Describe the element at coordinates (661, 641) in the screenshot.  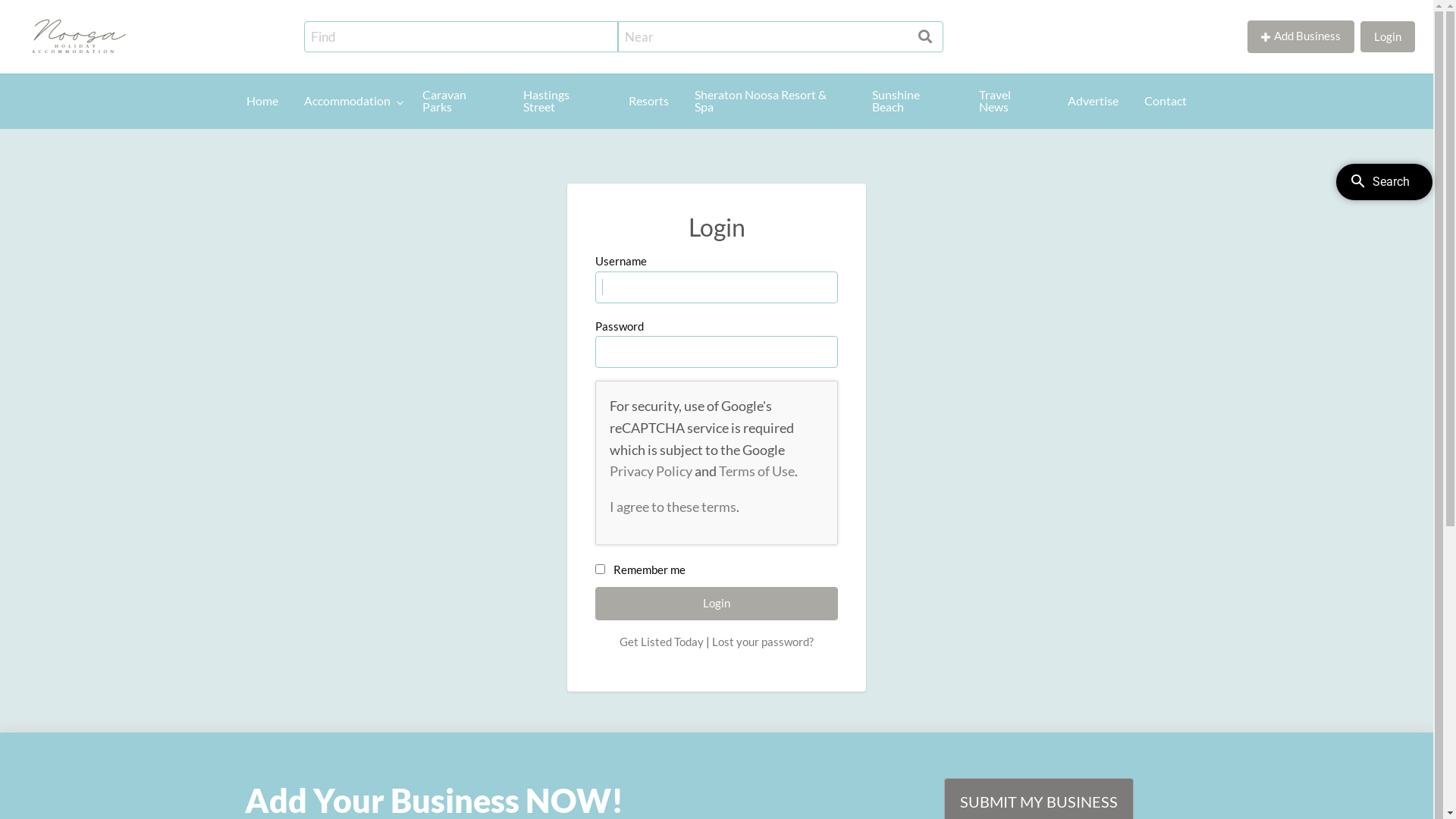
I see `'Get Listed Today'` at that location.